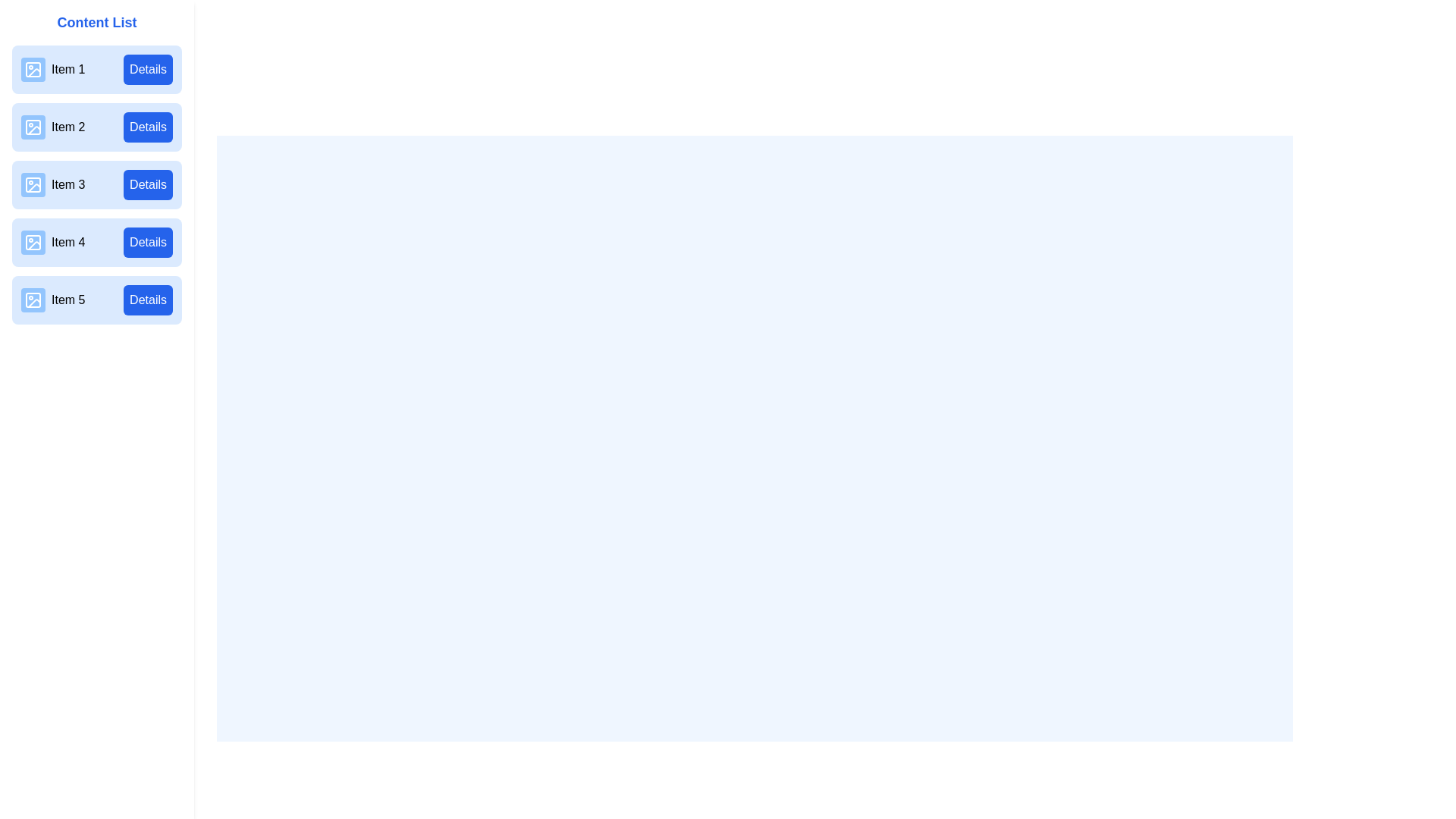  I want to click on the blue button with rounded corners labeled 'Details' to observe additional styling effects, so click(148, 70).